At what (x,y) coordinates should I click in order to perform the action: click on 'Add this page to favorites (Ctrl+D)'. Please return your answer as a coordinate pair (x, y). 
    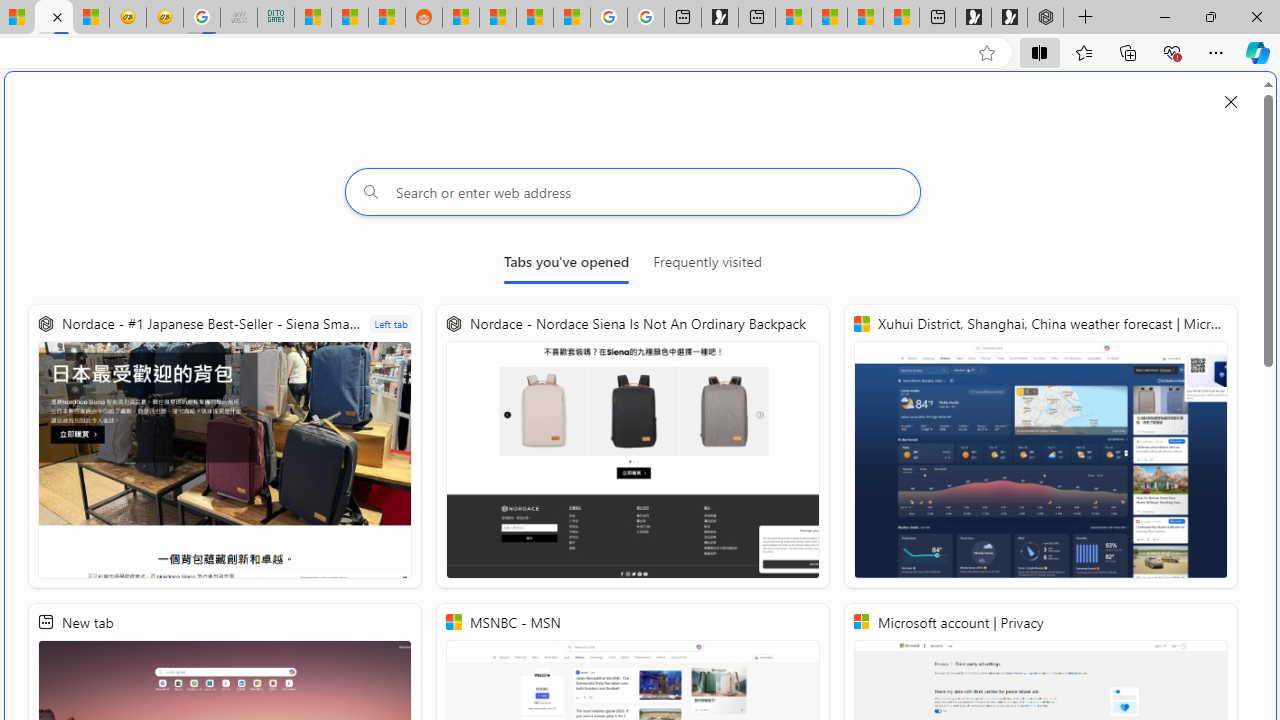
    Looking at the image, I should click on (986, 52).